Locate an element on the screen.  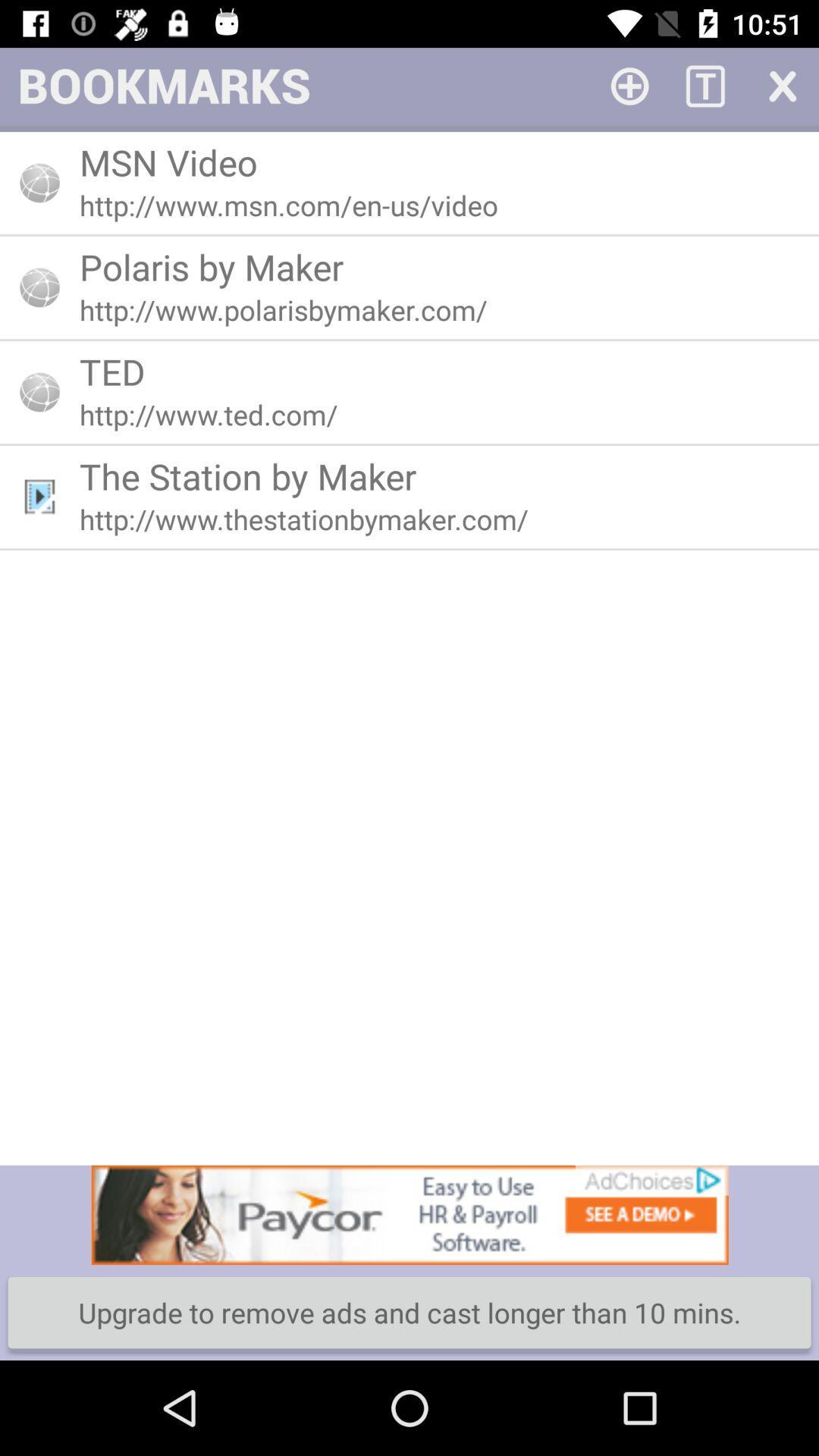
new bookmark is located at coordinates (629, 84).